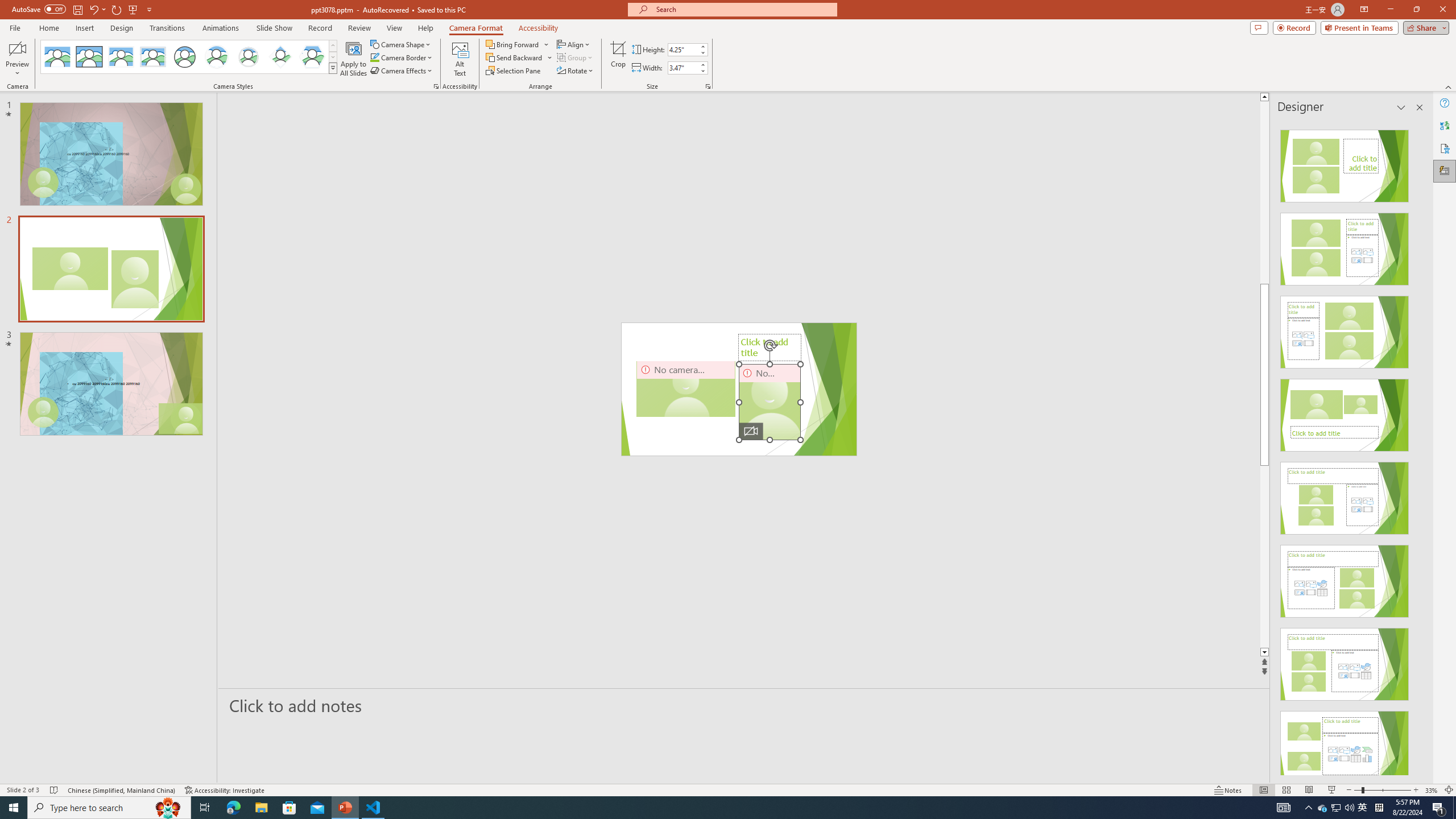 The height and width of the screenshot is (819, 1456). I want to click on 'Center Shadow Rectangle', so click(120, 56).